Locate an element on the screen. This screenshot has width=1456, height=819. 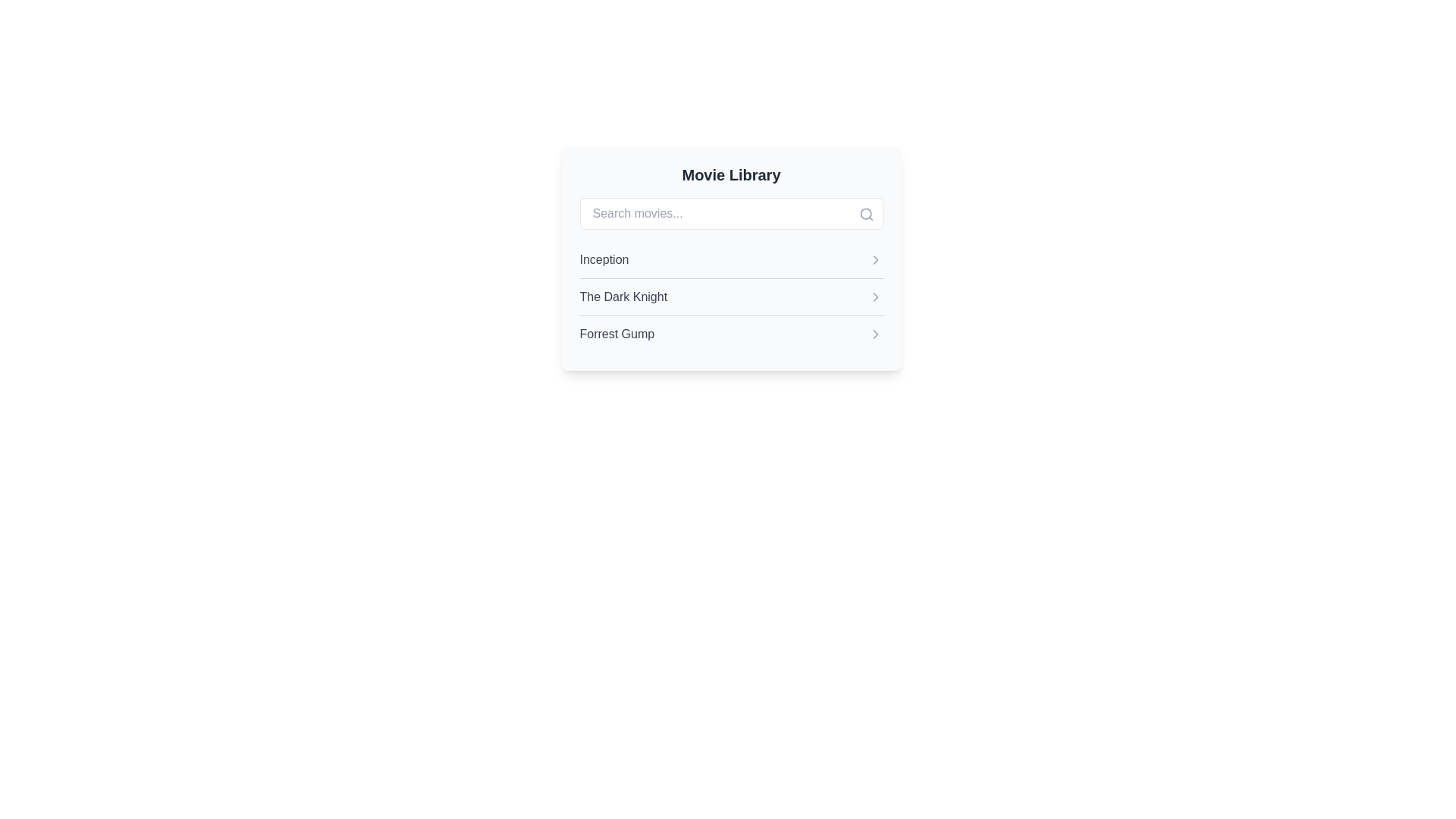
the text label displaying the title 'The Dark Knight' in the movie library interface, which is the second item in the vertical list is located at coordinates (623, 297).